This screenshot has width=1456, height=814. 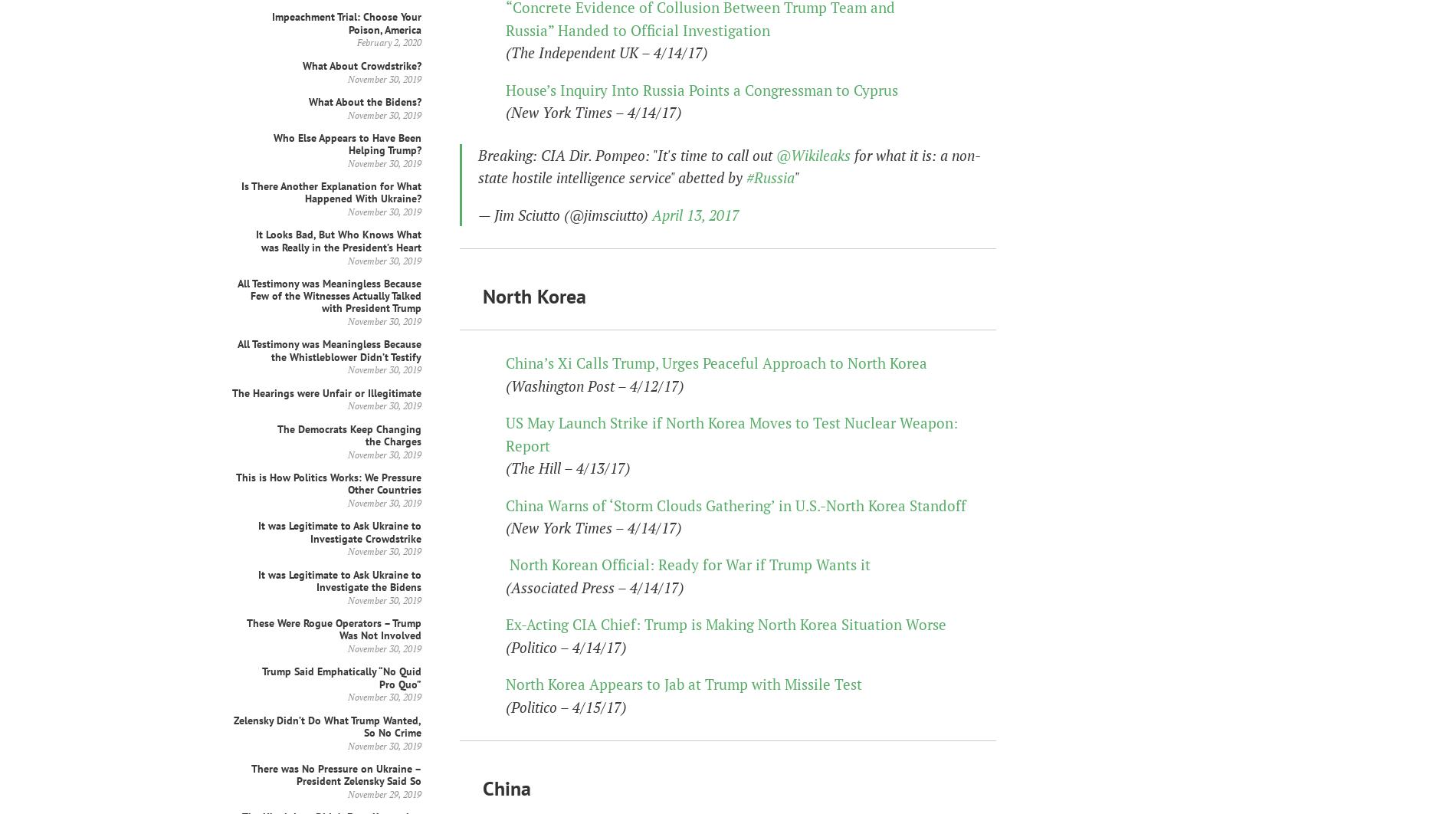 I want to click on '(Associated Press – 4/14/17)', so click(x=594, y=586).